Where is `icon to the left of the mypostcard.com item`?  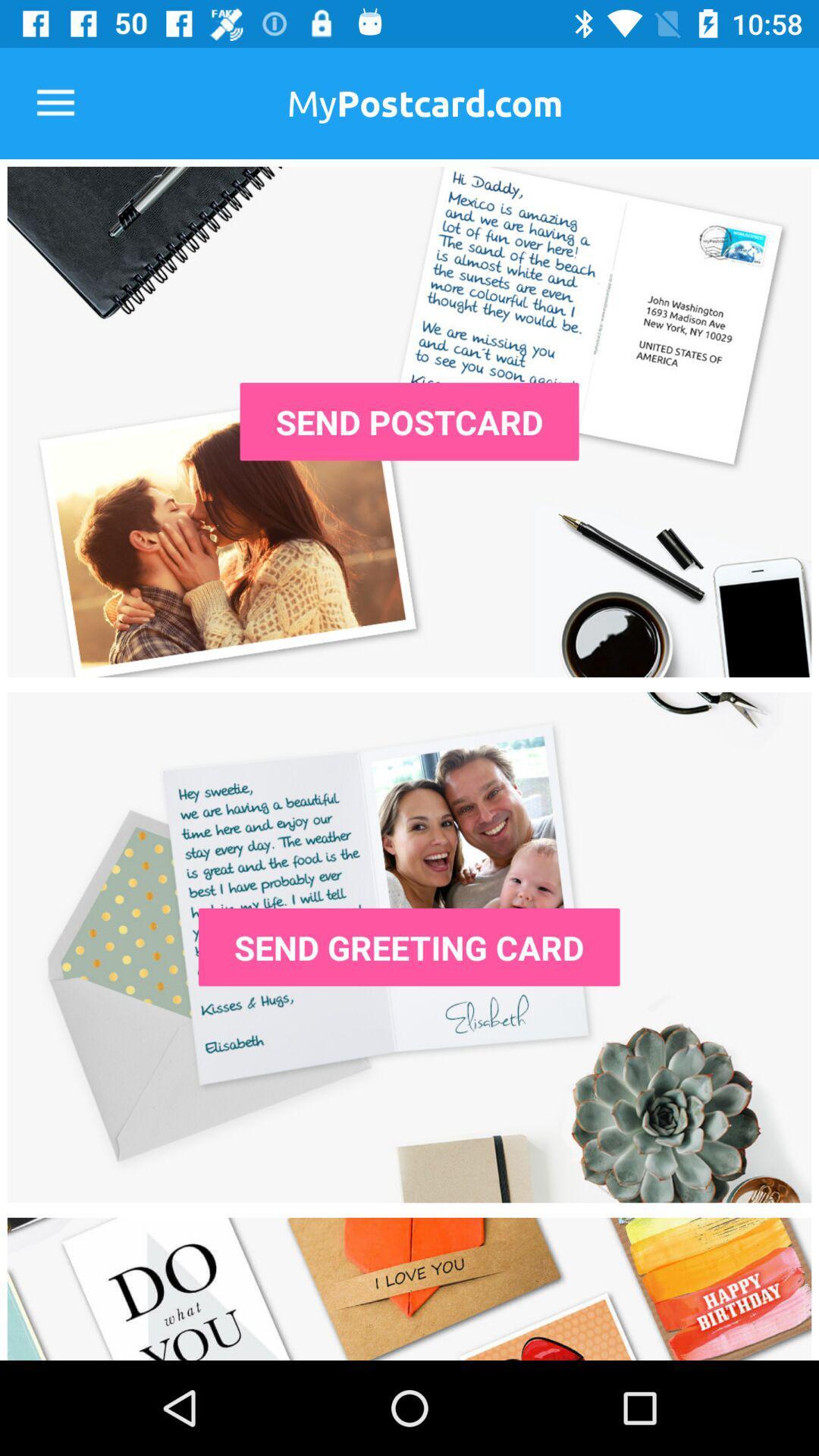
icon to the left of the mypostcard.com item is located at coordinates (55, 102).